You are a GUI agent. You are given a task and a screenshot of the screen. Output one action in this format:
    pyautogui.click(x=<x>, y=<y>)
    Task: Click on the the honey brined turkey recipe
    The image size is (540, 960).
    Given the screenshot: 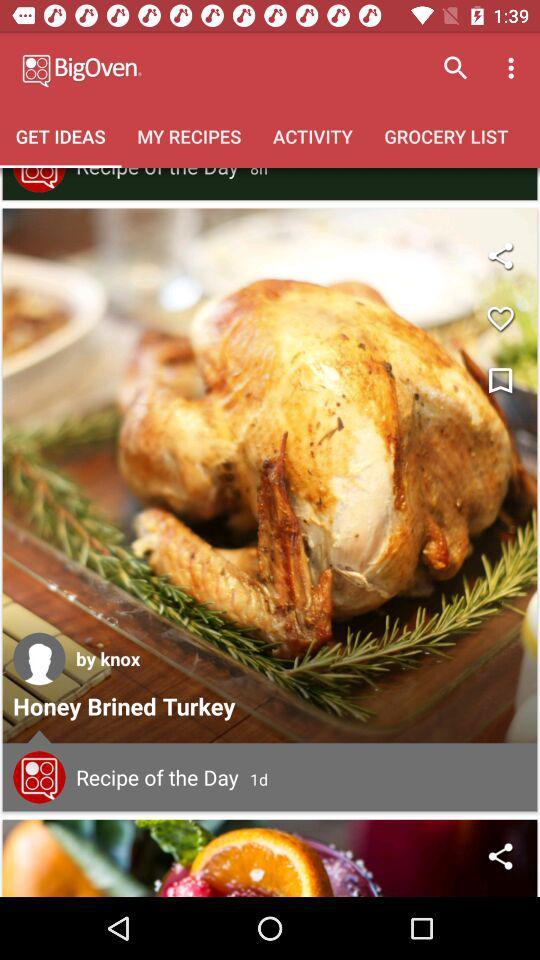 What is the action you would take?
    pyautogui.click(x=270, y=475)
    